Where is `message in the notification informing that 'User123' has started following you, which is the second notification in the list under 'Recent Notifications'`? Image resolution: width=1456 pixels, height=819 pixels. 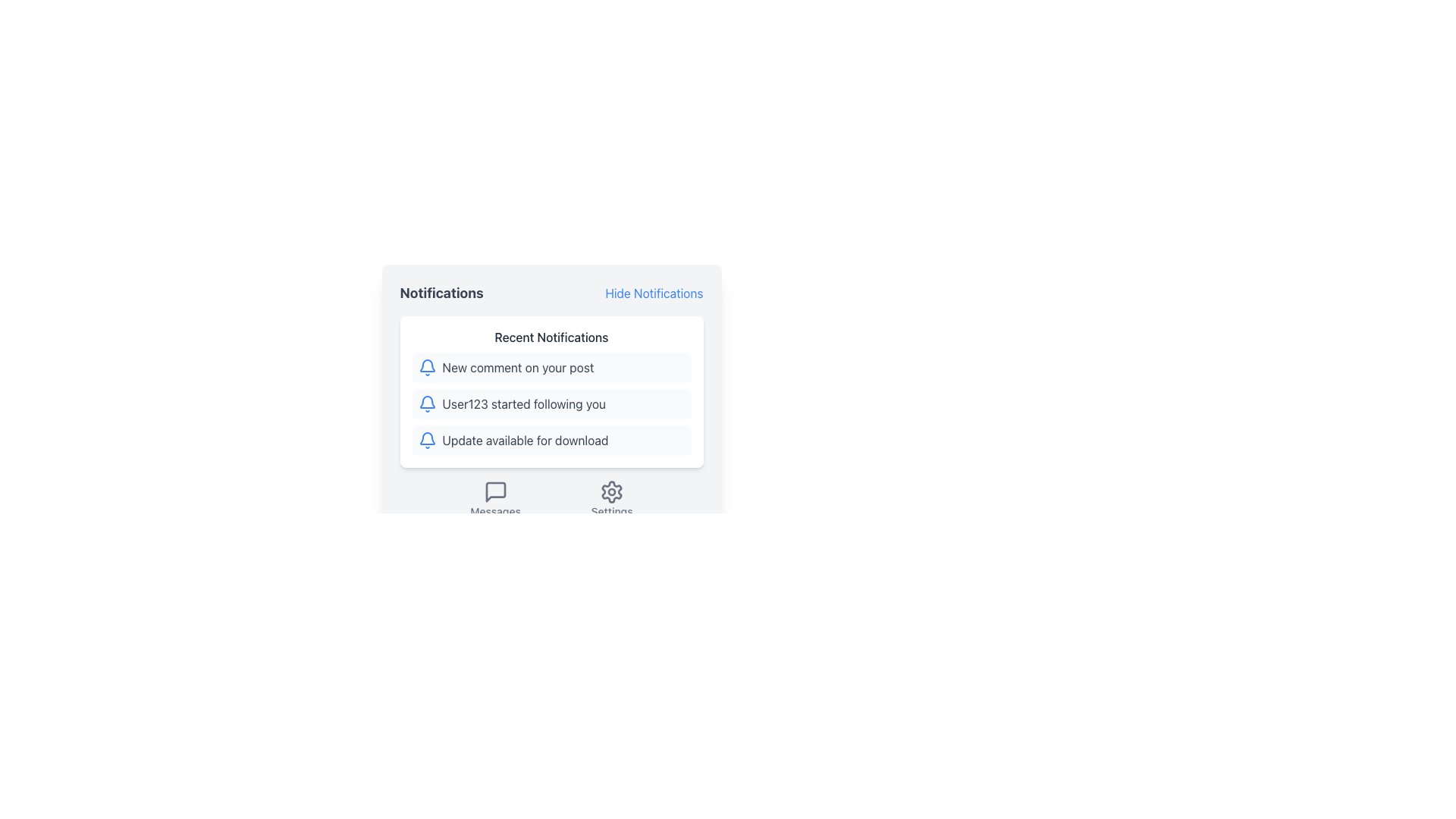
message in the notification informing that 'User123' has started following you, which is the second notification in the list under 'Recent Notifications' is located at coordinates (551, 403).